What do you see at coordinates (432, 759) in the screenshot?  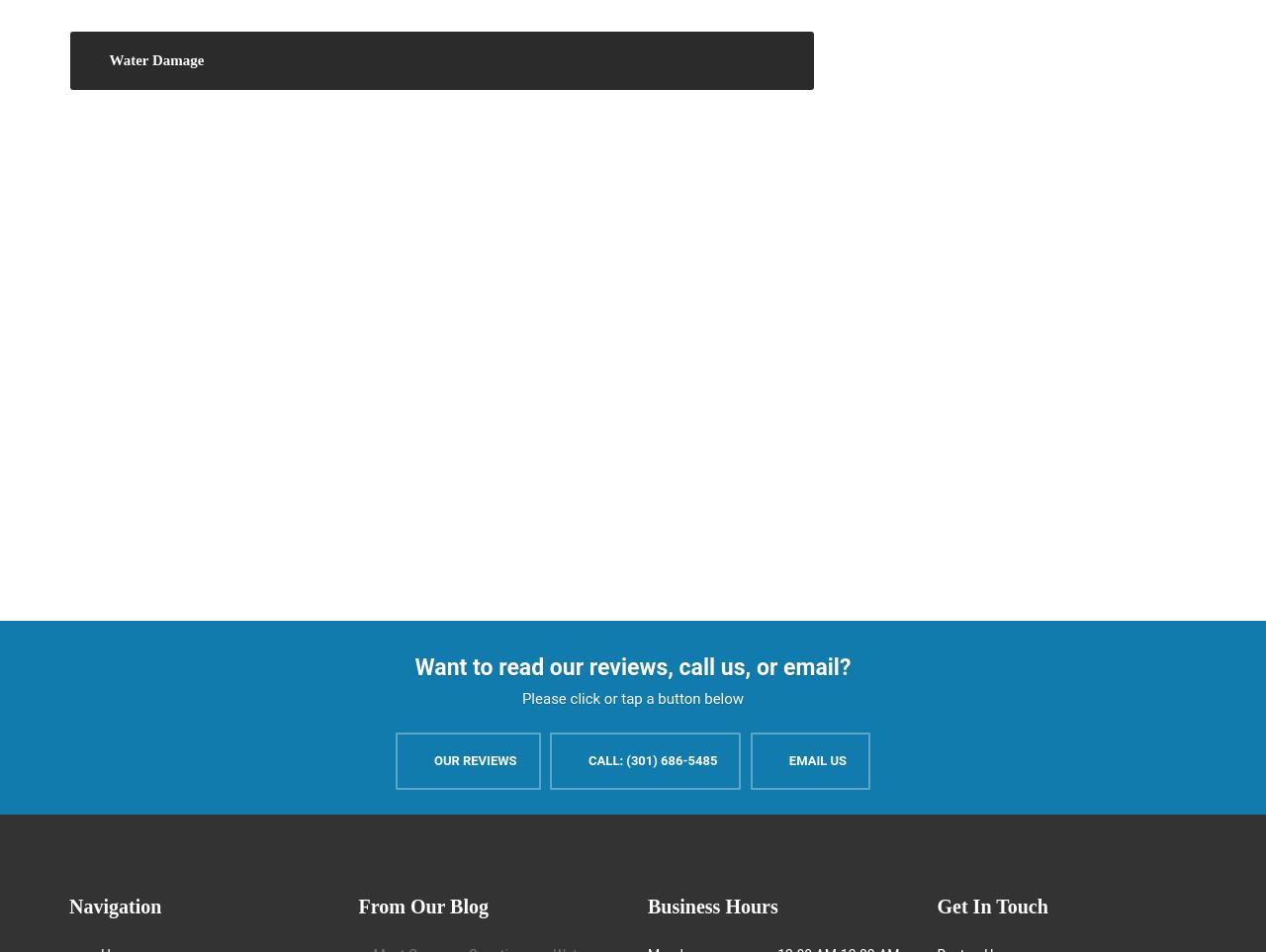 I see `'Our Reviews'` at bounding box center [432, 759].